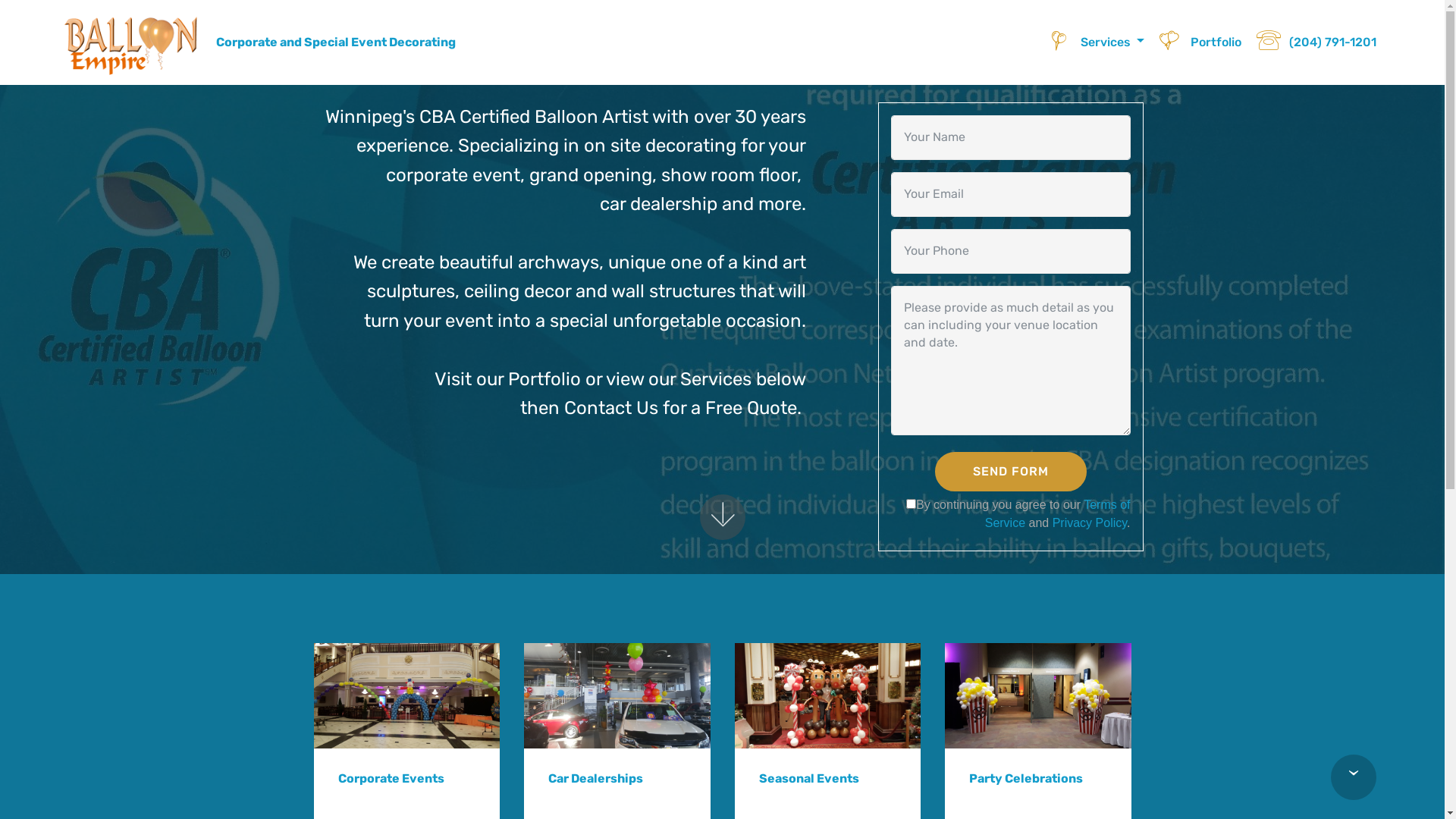 This screenshot has width=1456, height=819. What do you see at coordinates (407, 695) in the screenshot?
I see `'Clown Walk Thru Archway'` at bounding box center [407, 695].